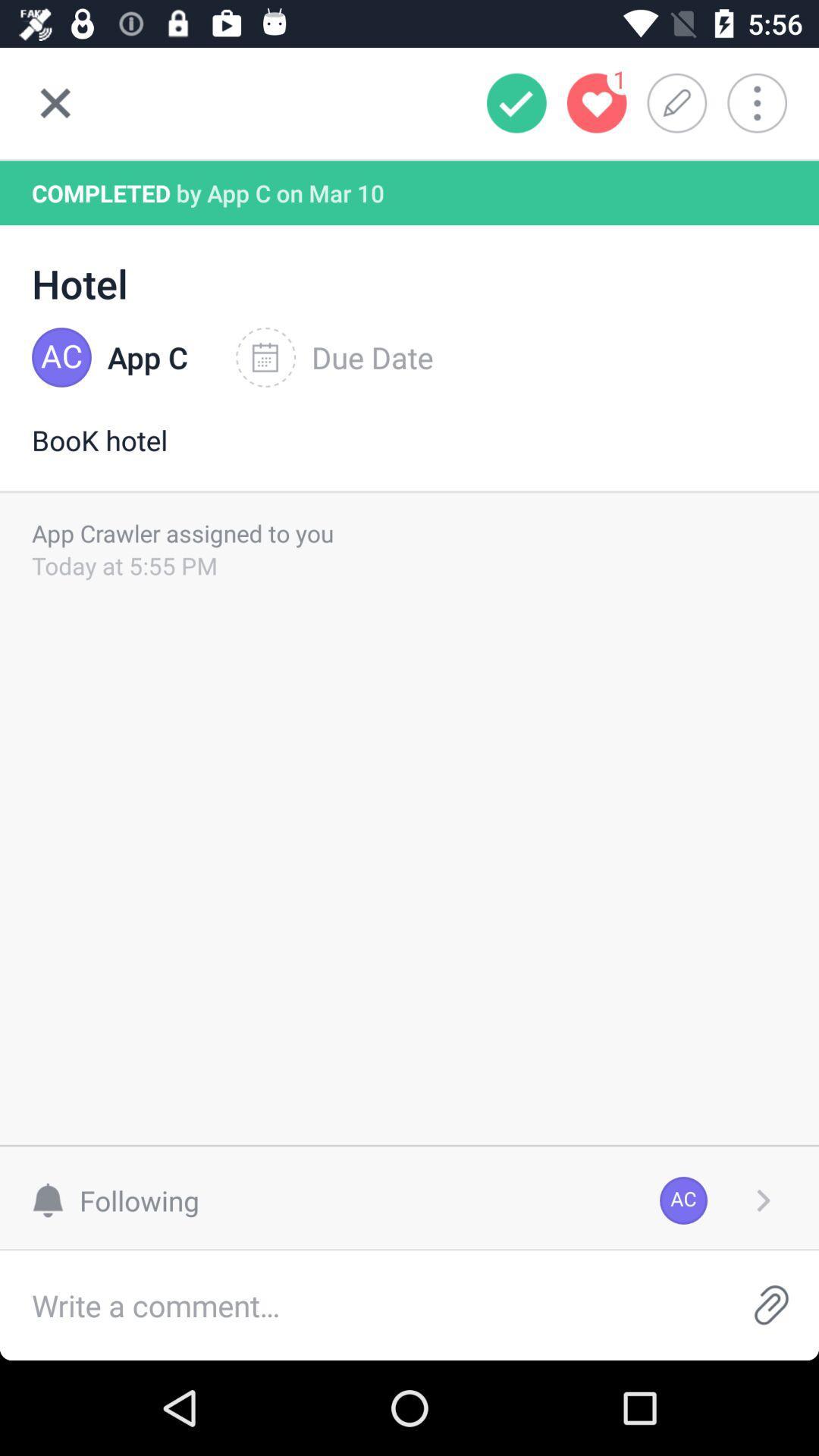 The height and width of the screenshot is (1456, 819). Describe the element at coordinates (122, 1200) in the screenshot. I see `the following icon` at that location.